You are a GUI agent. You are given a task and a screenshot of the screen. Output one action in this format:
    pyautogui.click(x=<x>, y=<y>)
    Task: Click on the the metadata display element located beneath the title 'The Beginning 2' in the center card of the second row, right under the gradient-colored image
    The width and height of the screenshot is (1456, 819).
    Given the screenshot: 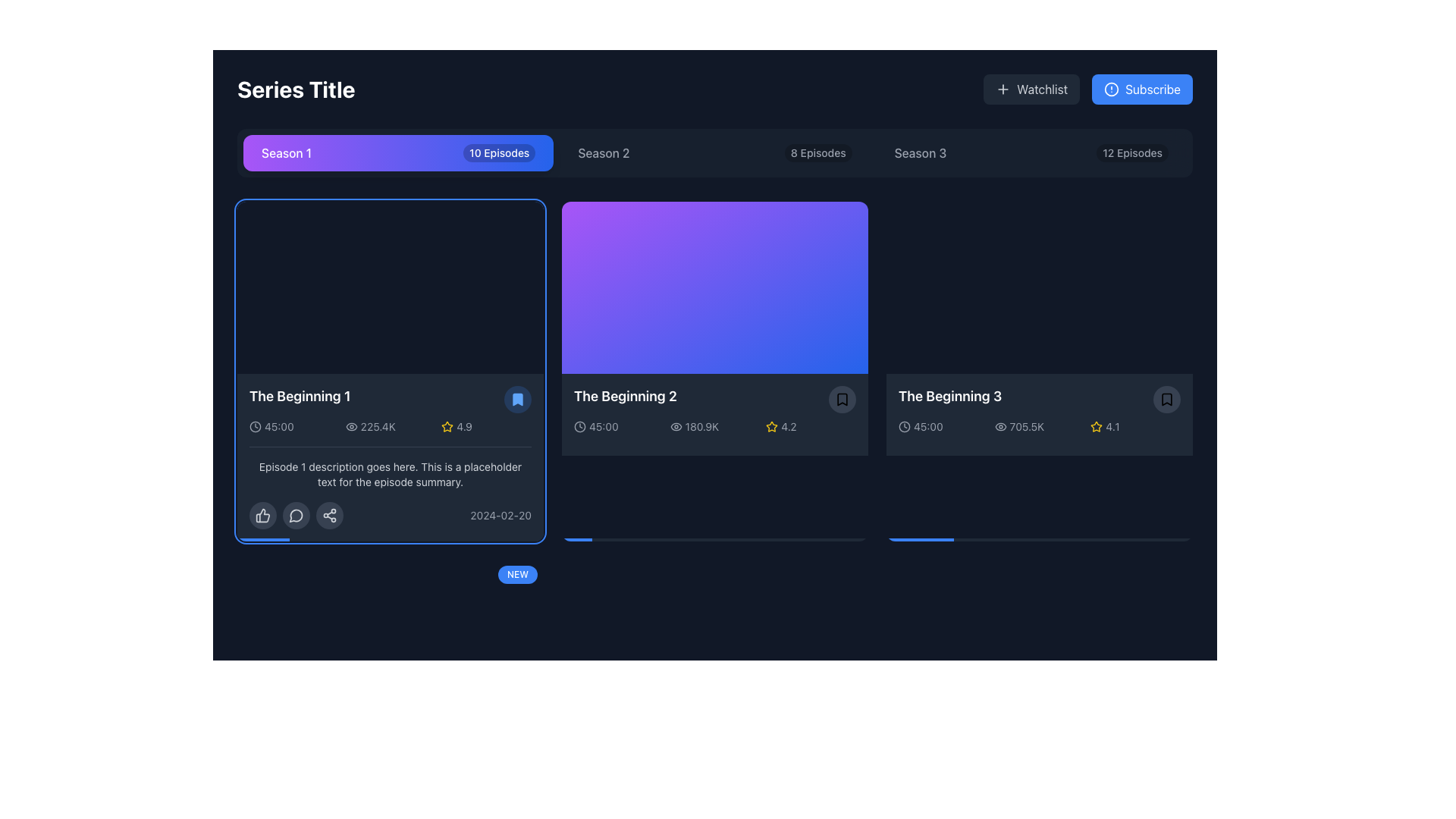 What is the action you would take?
    pyautogui.click(x=714, y=427)
    